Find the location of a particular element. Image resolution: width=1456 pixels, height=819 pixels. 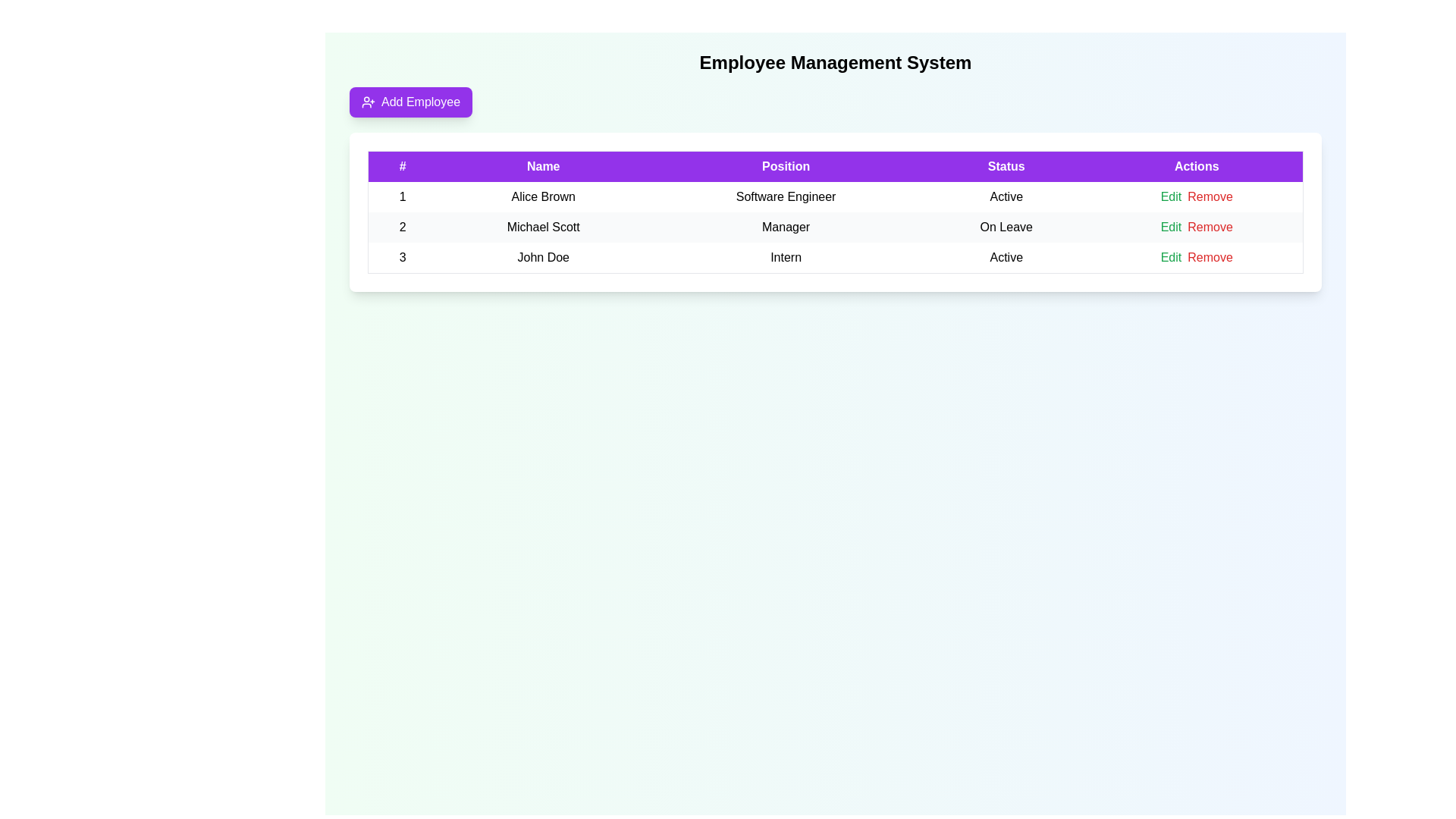

the 'Remove' link in the Group of buttons located in the 'Actions' column of the third row of the table is located at coordinates (1196, 256).